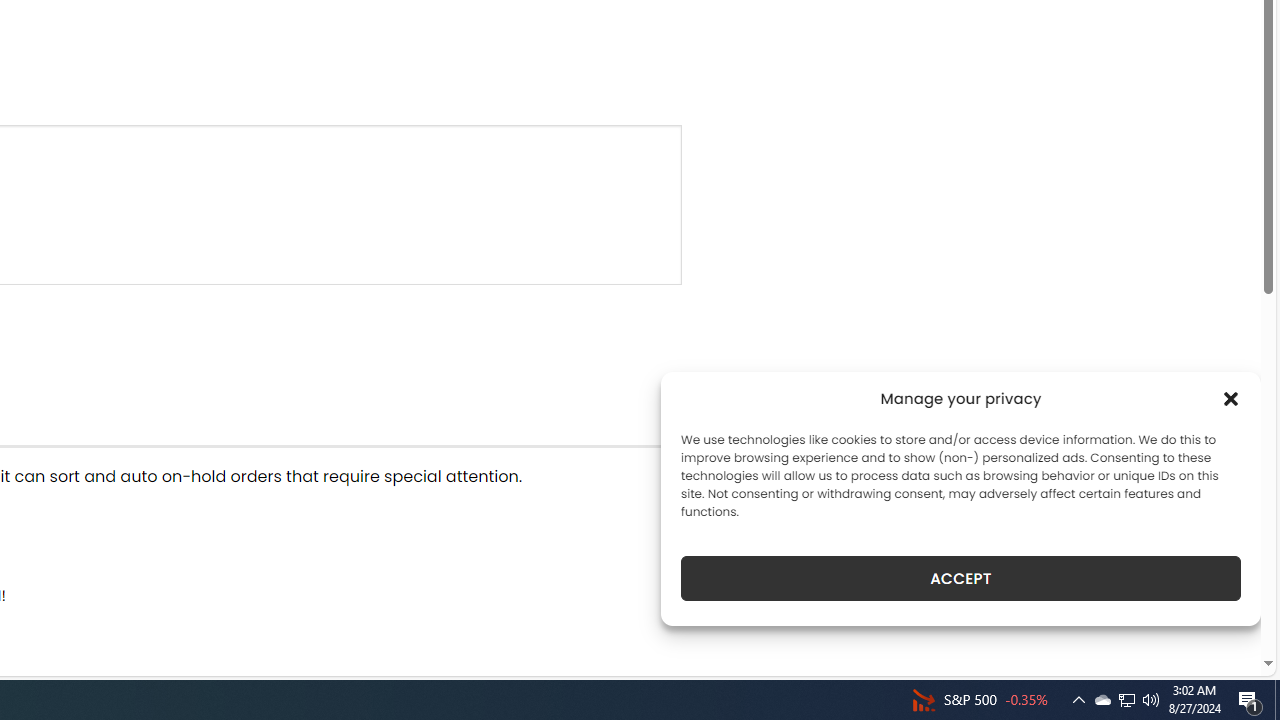 This screenshot has height=720, width=1280. Describe the element at coordinates (961, 578) in the screenshot. I see `'ACCEPT'` at that location.